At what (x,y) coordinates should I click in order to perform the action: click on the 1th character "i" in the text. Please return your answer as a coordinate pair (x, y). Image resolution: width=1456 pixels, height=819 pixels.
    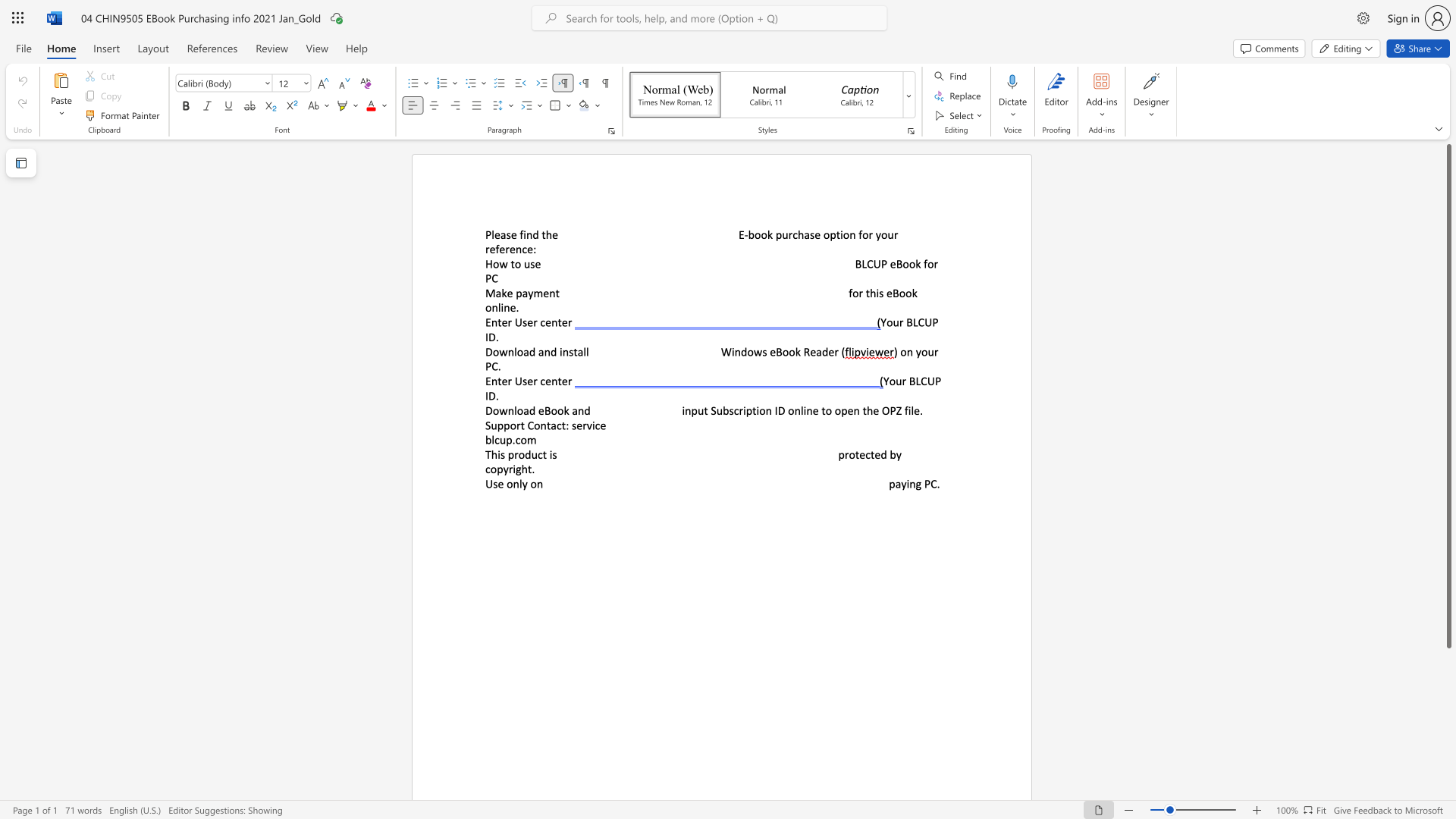
    Looking at the image, I should click on (908, 484).